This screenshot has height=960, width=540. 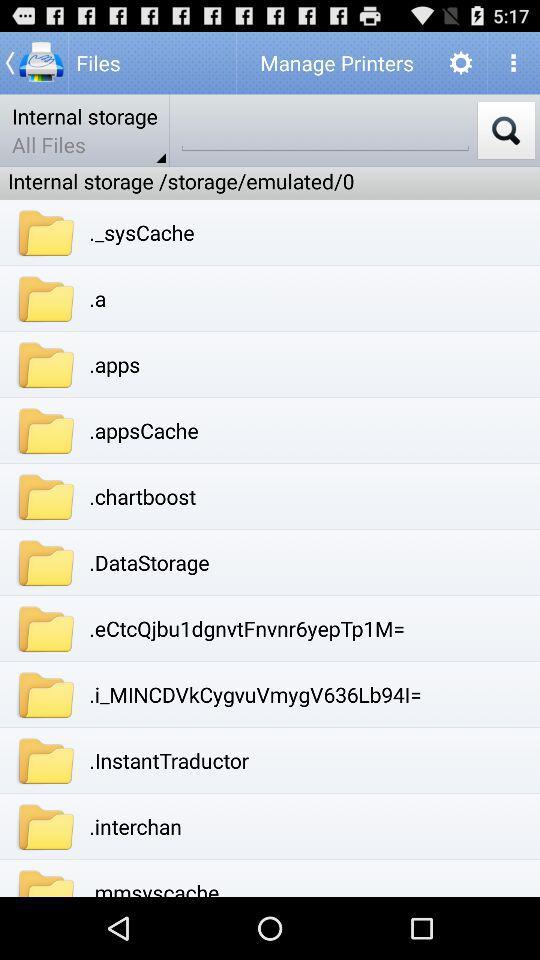 What do you see at coordinates (505, 129) in the screenshot?
I see `search` at bounding box center [505, 129].